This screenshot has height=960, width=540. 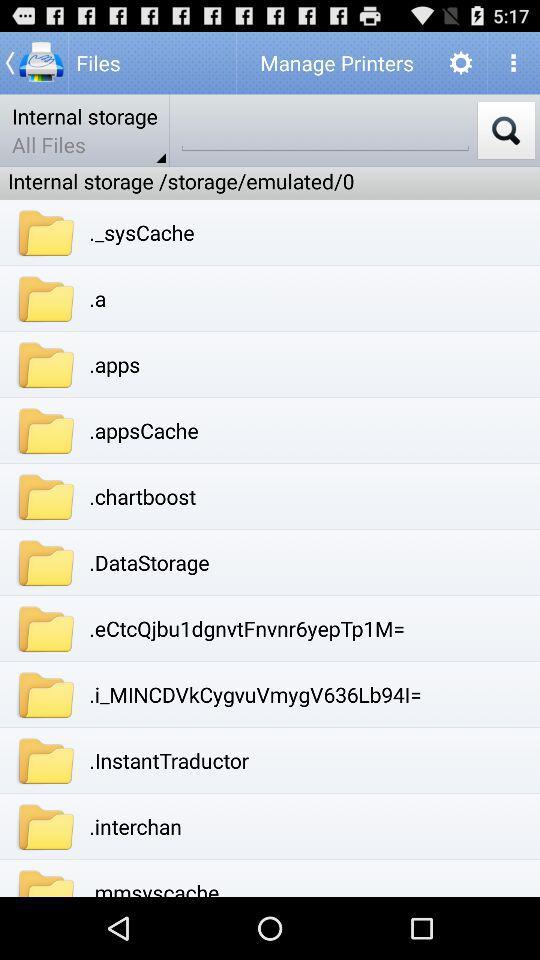 What do you see at coordinates (505, 129) in the screenshot?
I see `search` at bounding box center [505, 129].